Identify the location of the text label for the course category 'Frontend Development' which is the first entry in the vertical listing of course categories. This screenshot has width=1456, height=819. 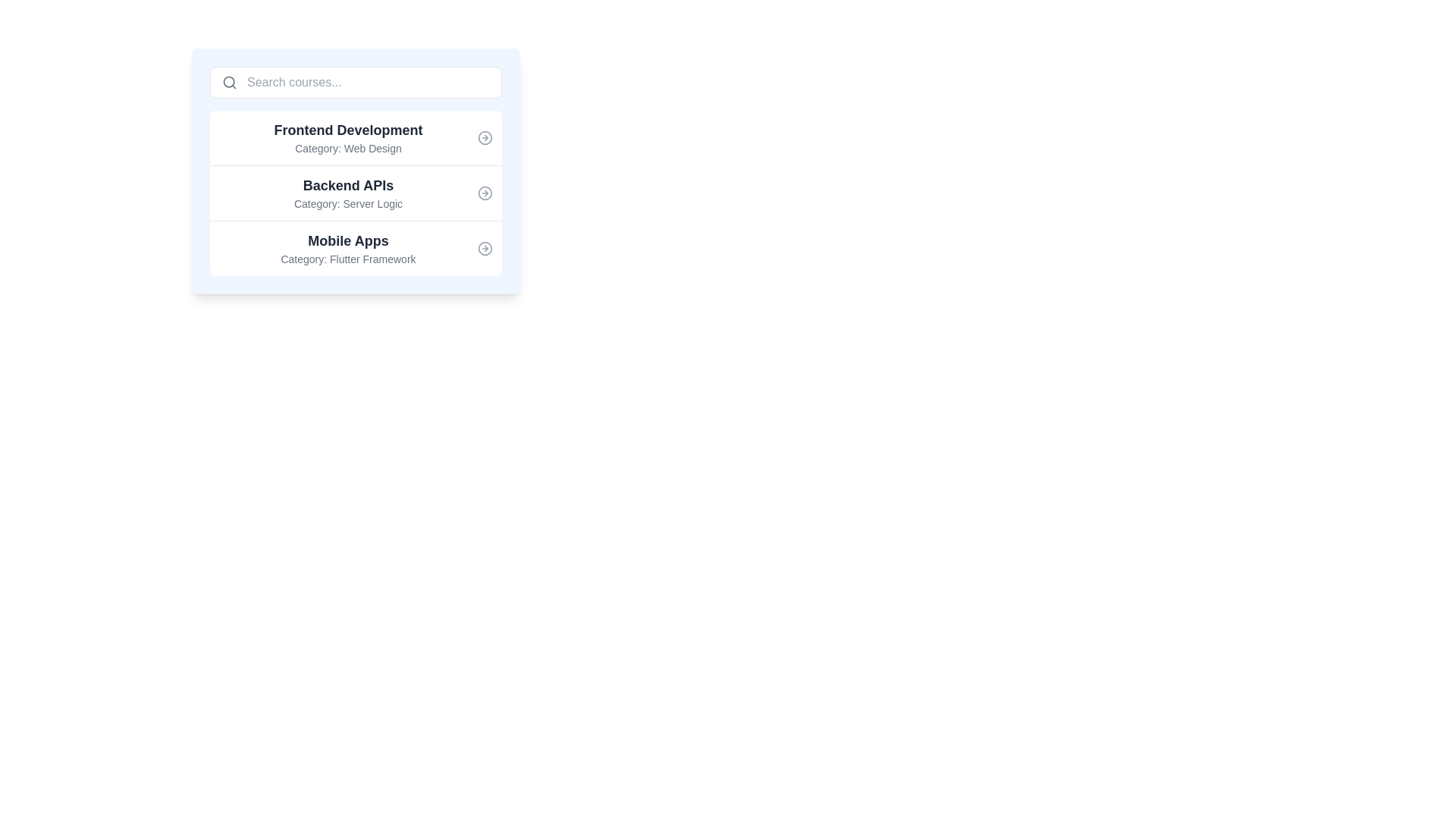
(347, 137).